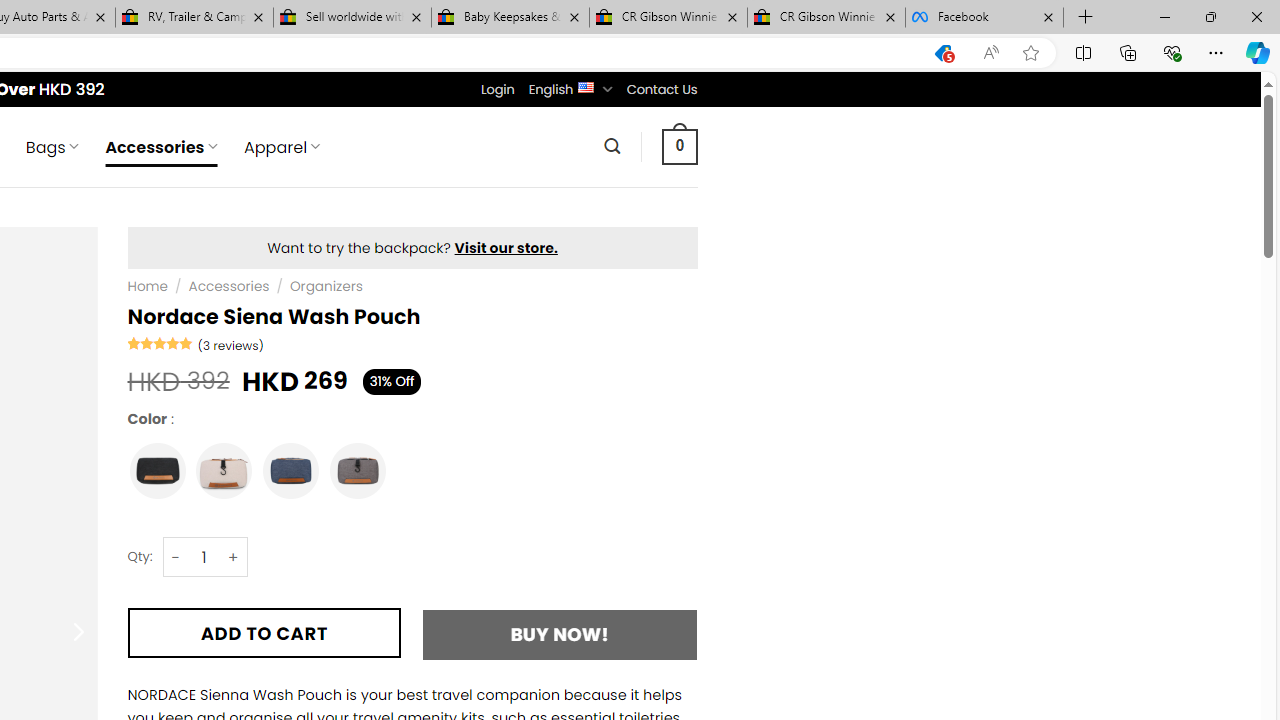  Describe the element at coordinates (194, 17) in the screenshot. I see `'RV, Trailer & Camper Steps & Ladders for sale | eBay'` at that location.